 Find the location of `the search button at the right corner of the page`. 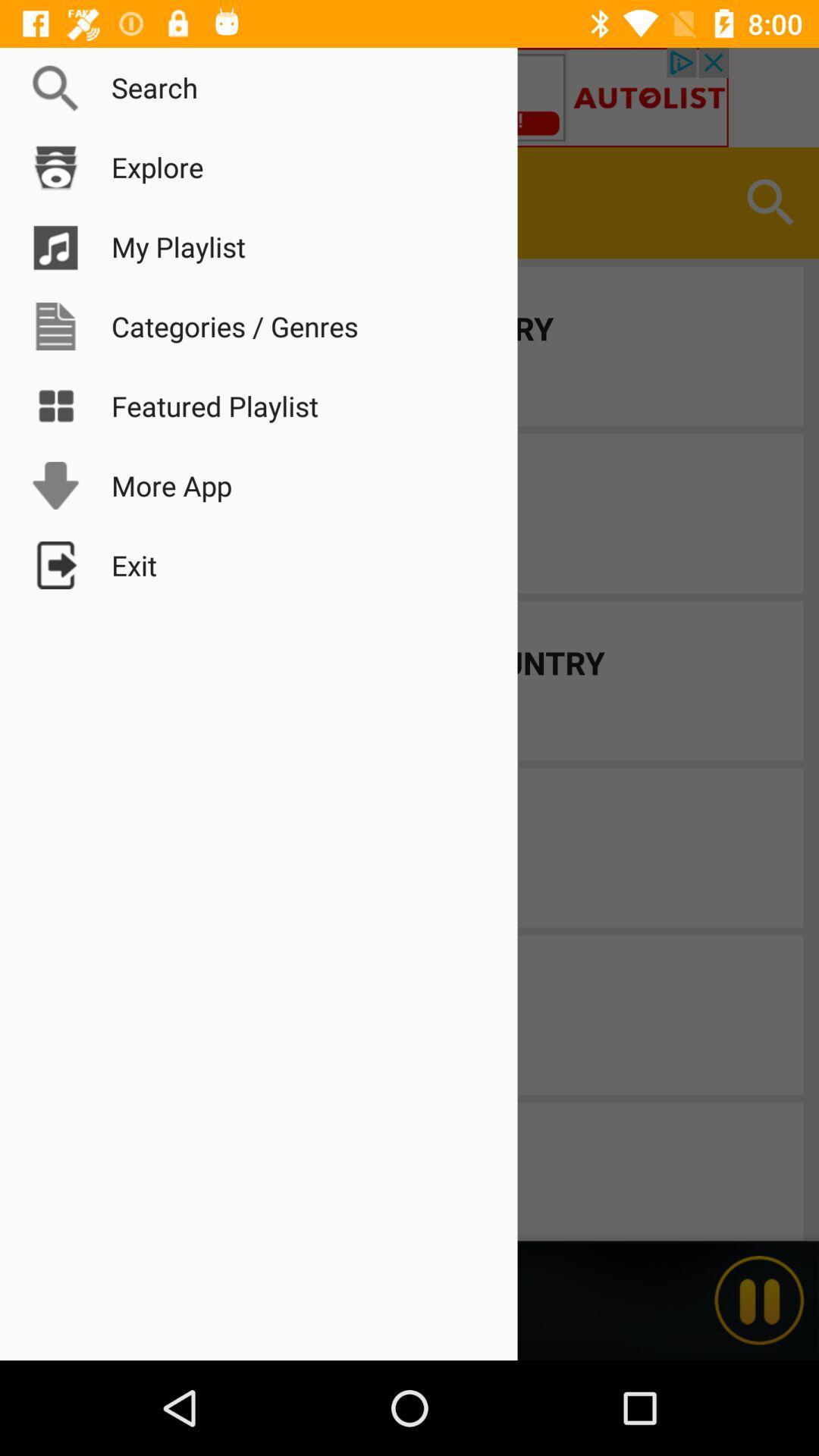

the search button at the right corner of the page is located at coordinates (771, 202).